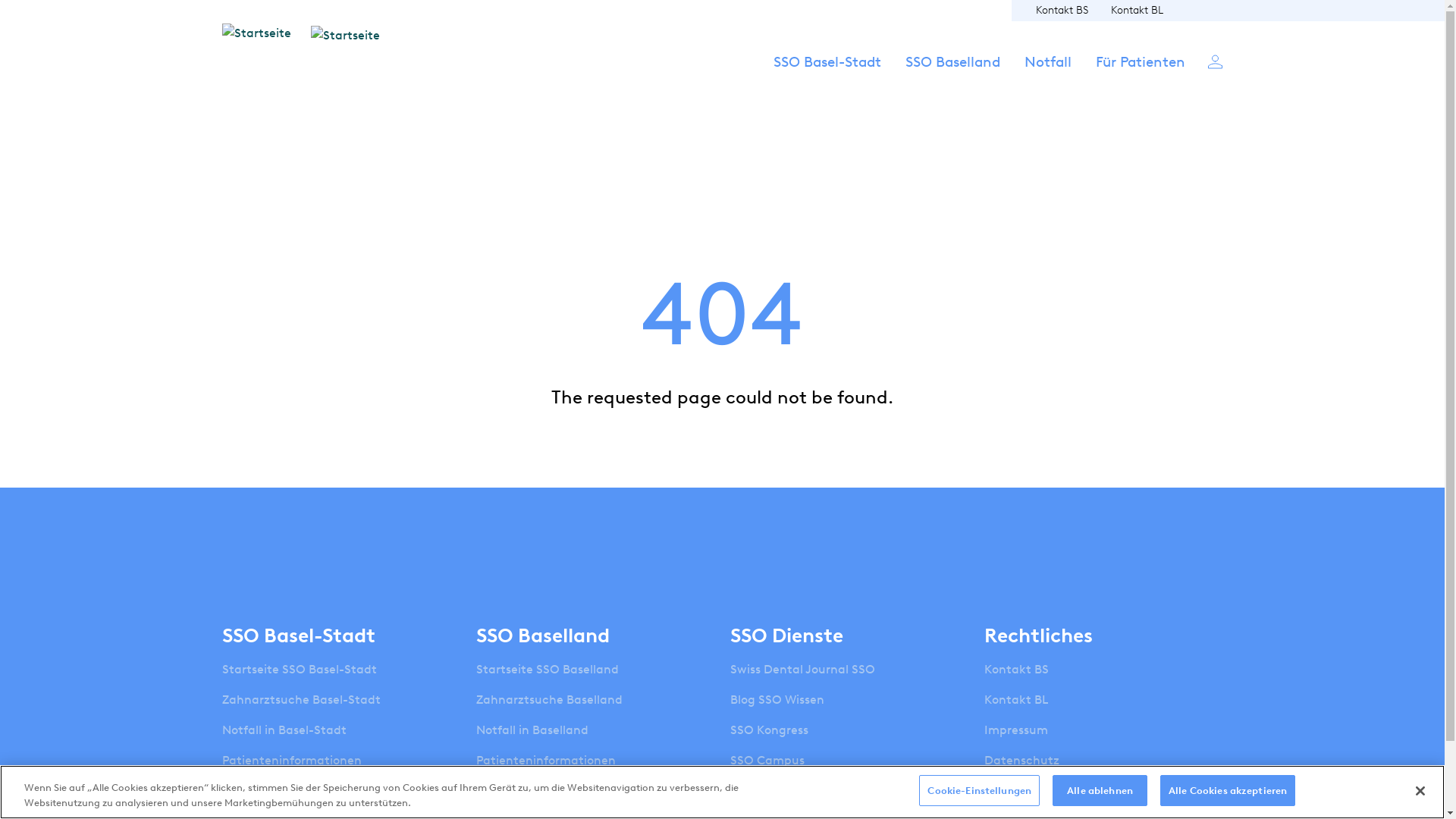 The height and width of the screenshot is (819, 1456). I want to click on 'Notfall', so click(1046, 76).